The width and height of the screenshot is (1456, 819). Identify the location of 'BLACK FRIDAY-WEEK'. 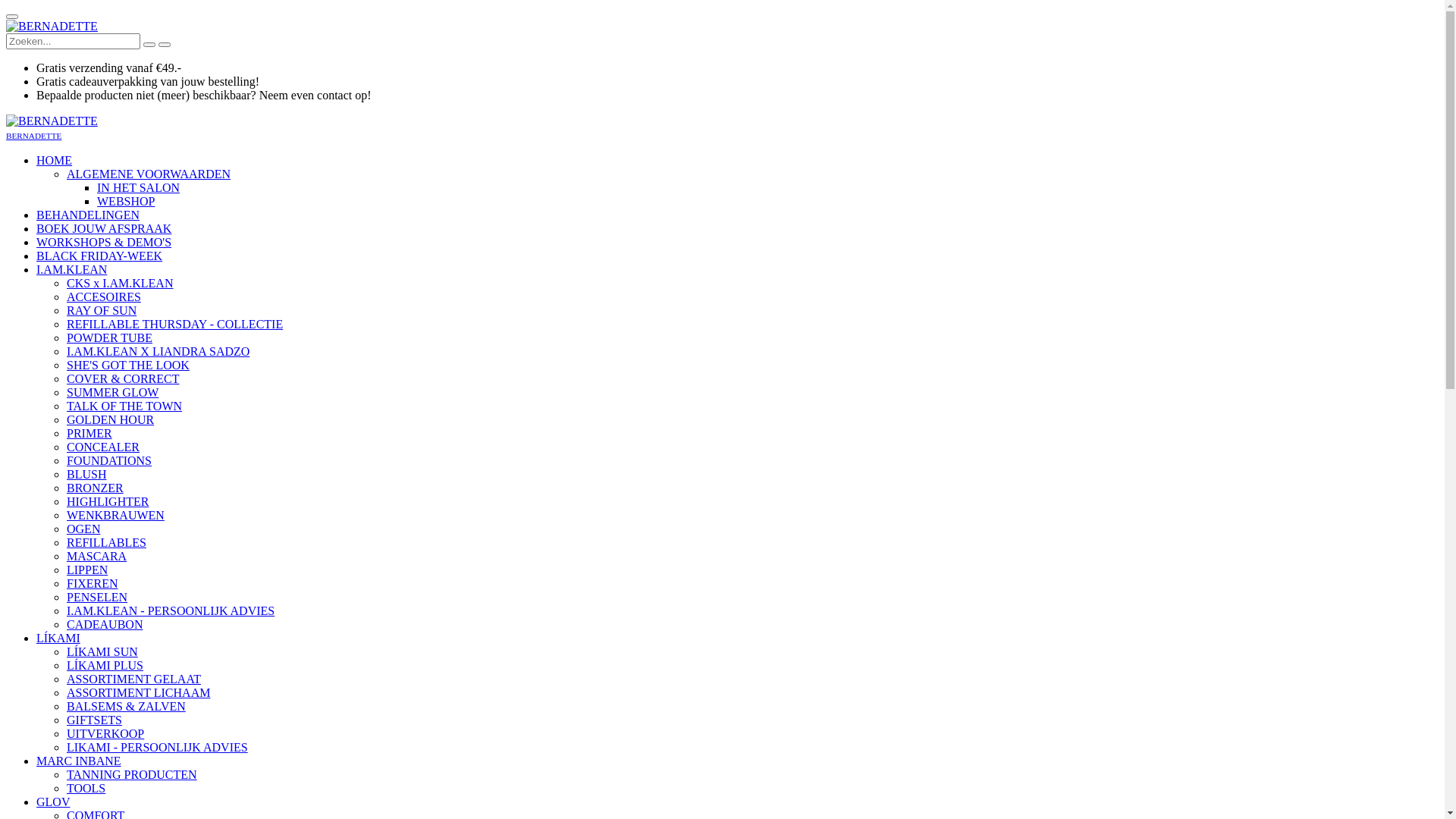
(36, 255).